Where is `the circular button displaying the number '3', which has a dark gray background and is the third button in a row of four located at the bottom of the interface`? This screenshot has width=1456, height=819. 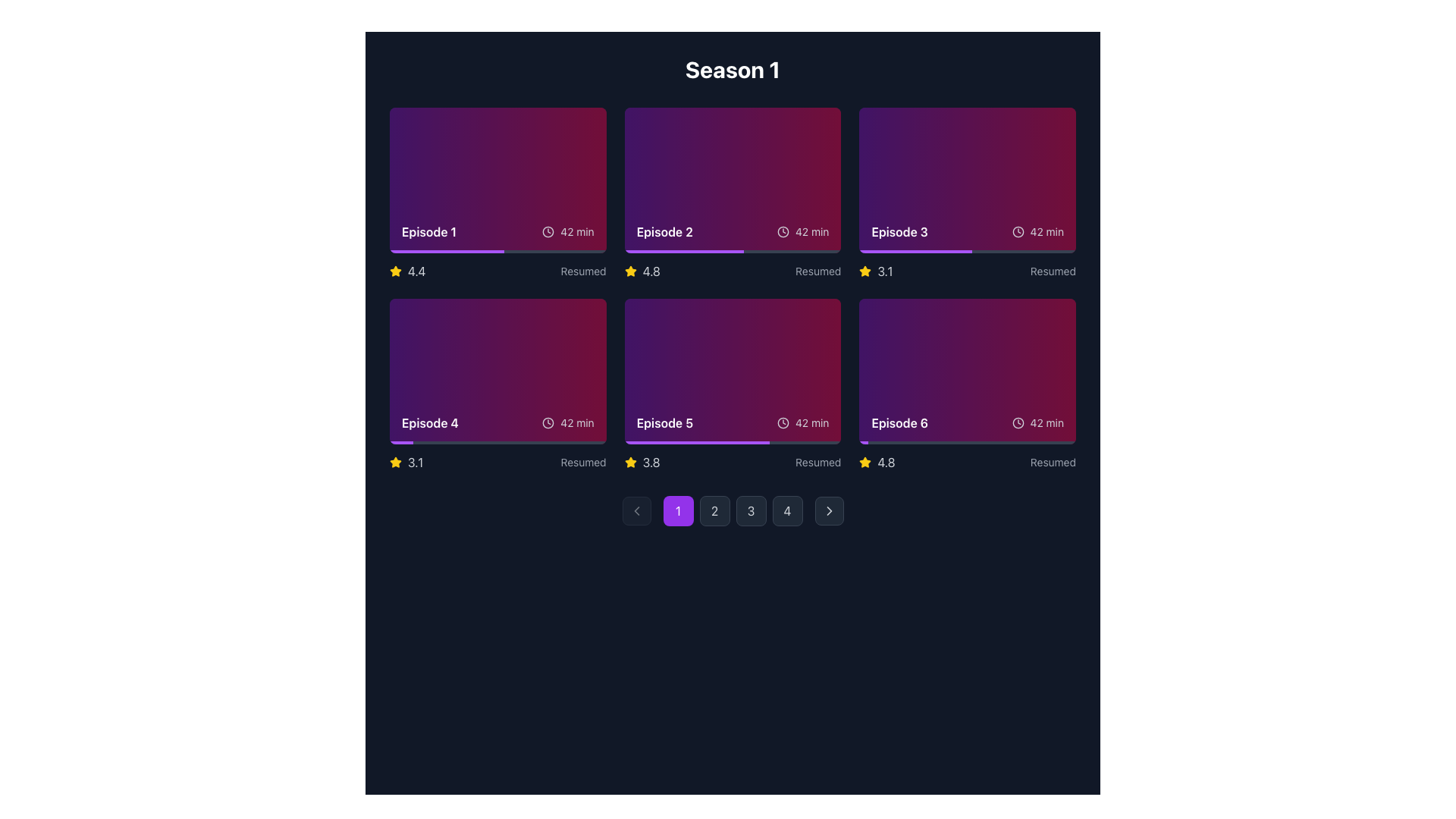
the circular button displaying the number '3', which has a dark gray background and is the third button in a row of four located at the bottom of the interface is located at coordinates (751, 511).